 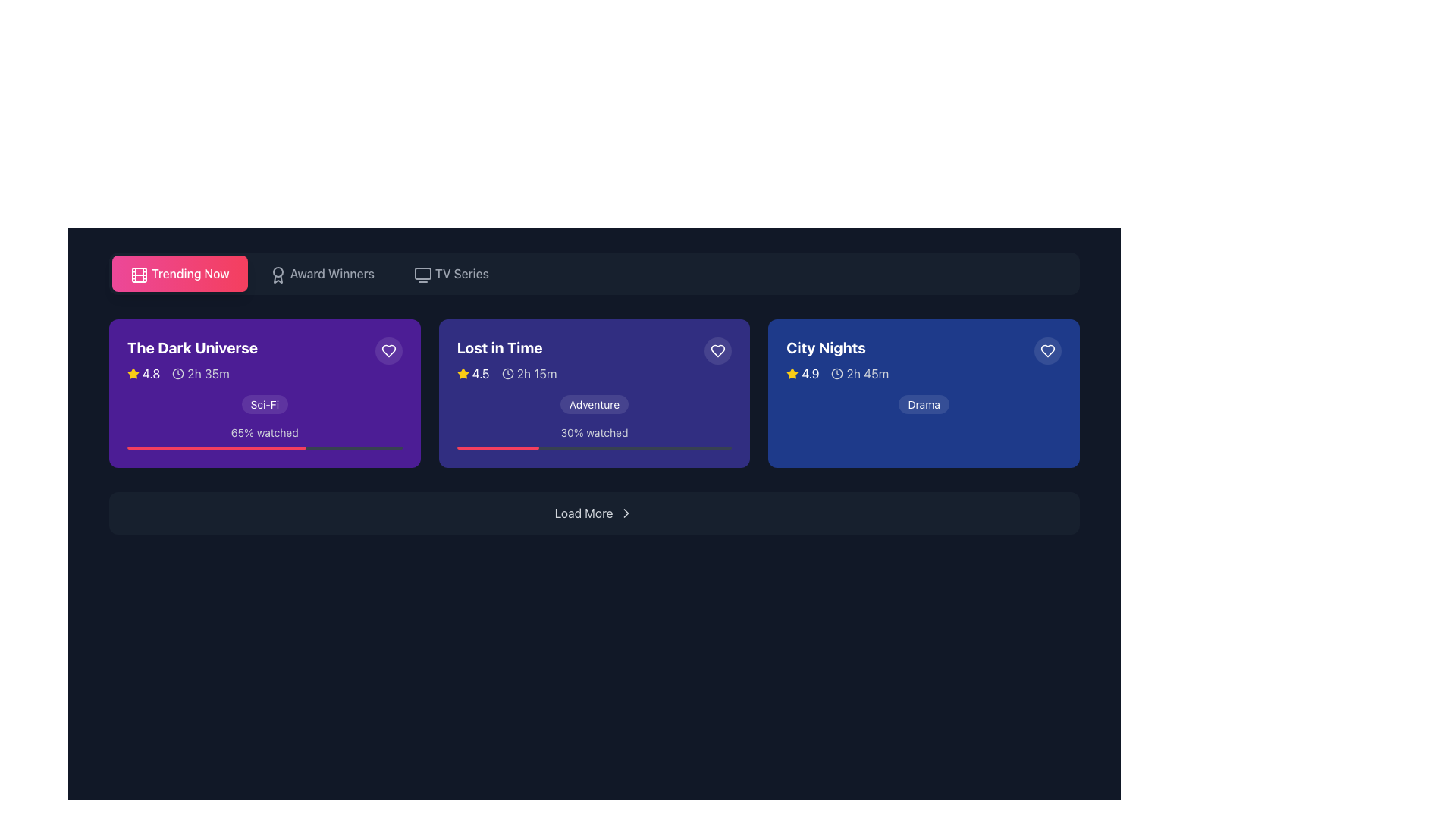 I want to click on the Circular clock icon next to the text '2h 45m' in the City Nights movie card, so click(x=836, y=374).